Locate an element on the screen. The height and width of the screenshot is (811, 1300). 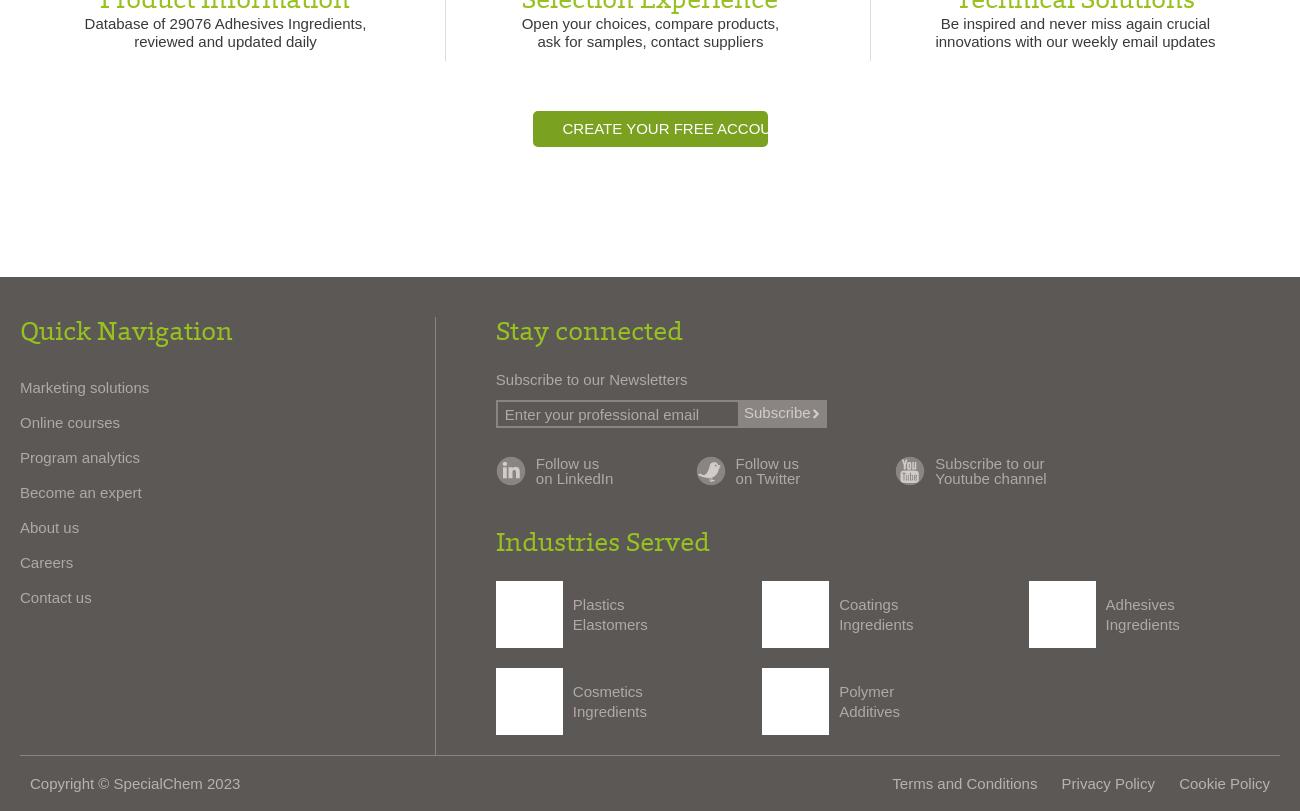
'Terms and Conditions' is located at coordinates (964, 781).